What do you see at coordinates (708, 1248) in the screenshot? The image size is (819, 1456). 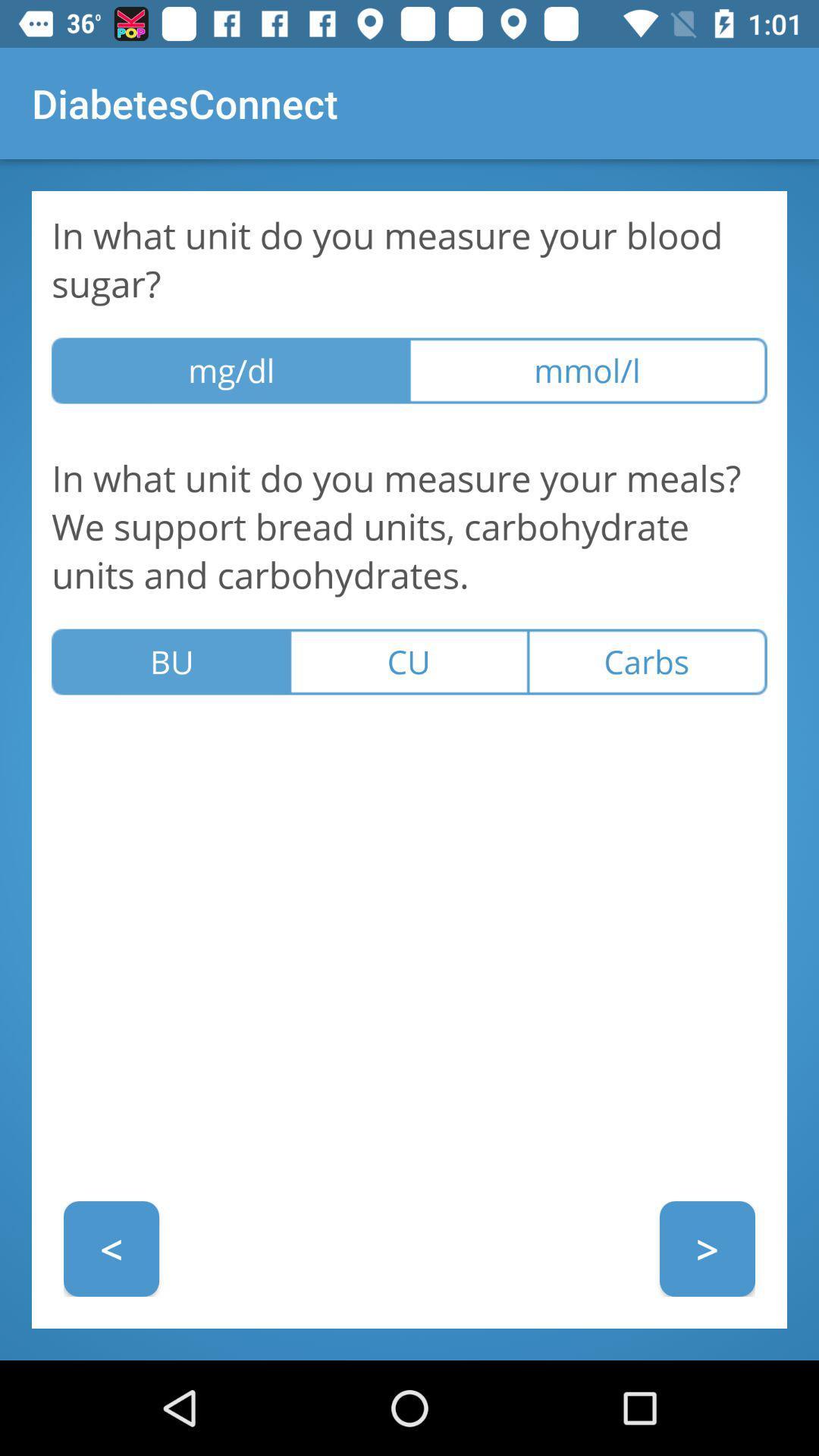 I see `the > item` at bounding box center [708, 1248].